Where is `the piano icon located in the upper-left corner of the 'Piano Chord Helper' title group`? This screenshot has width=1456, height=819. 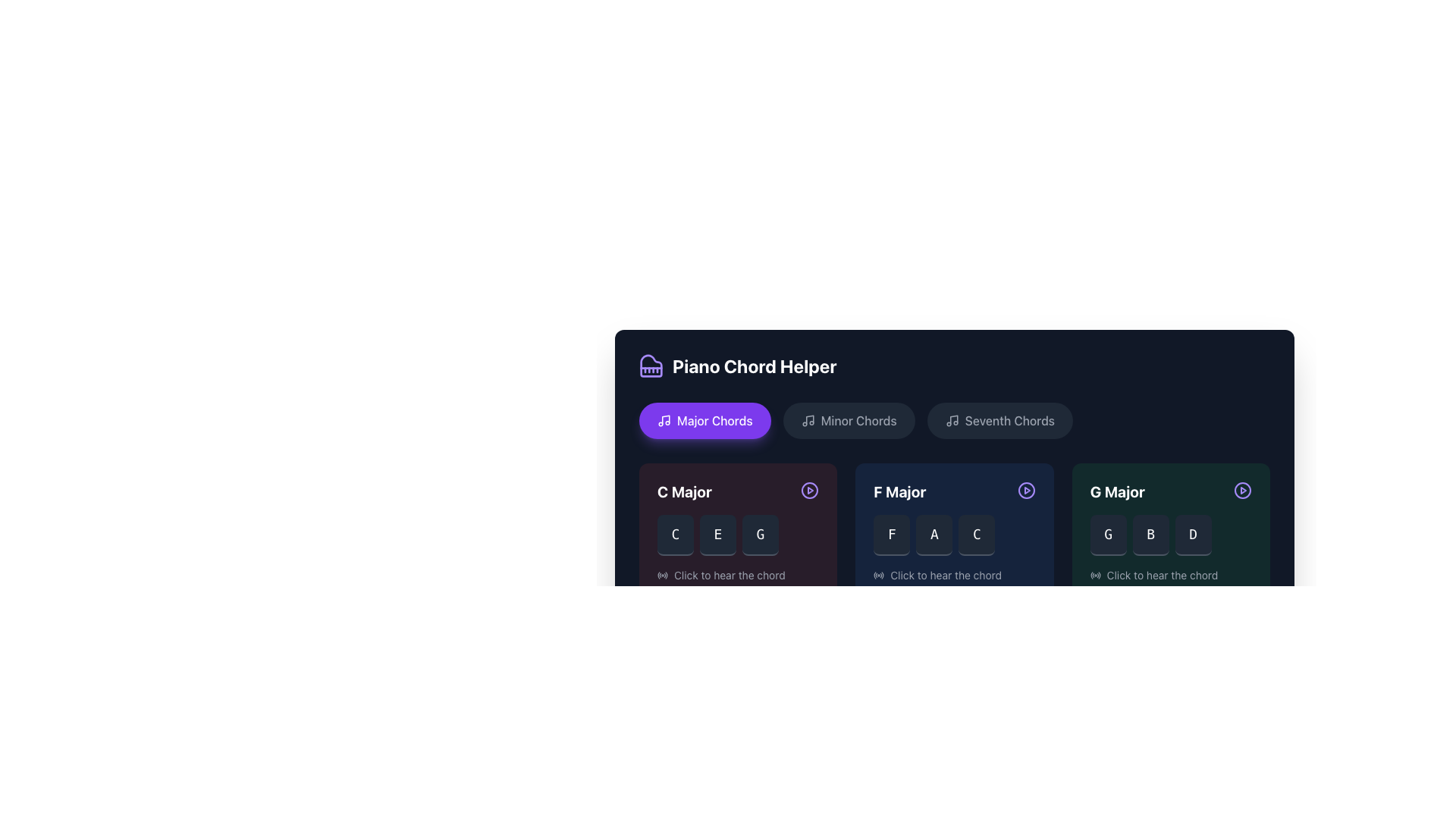
the piano icon located in the upper-left corner of the 'Piano Chord Helper' title group is located at coordinates (651, 366).